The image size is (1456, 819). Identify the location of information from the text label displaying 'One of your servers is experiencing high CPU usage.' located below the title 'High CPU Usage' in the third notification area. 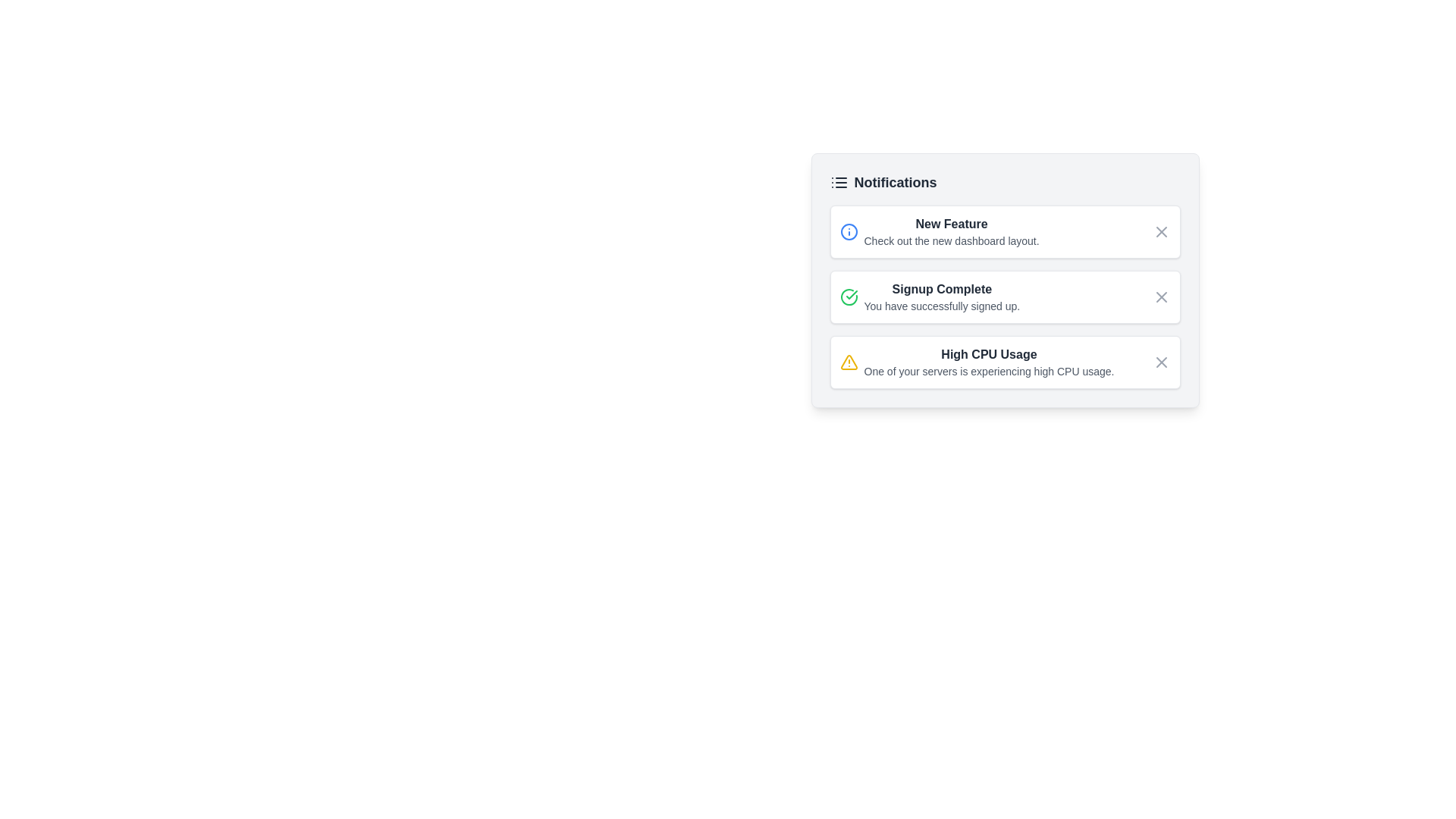
(989, 371).